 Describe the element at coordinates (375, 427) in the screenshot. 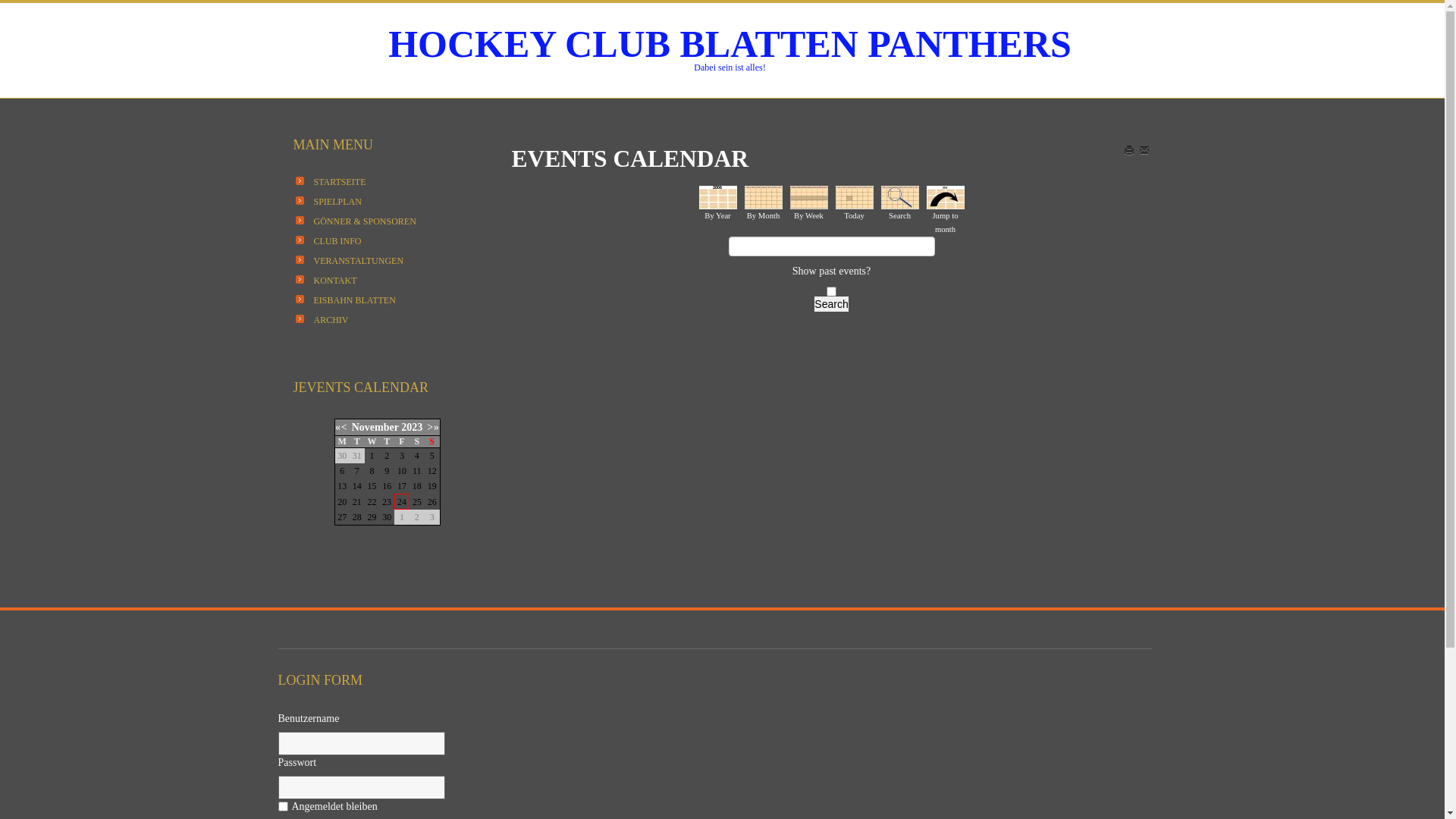

I see `'November'` at that location.